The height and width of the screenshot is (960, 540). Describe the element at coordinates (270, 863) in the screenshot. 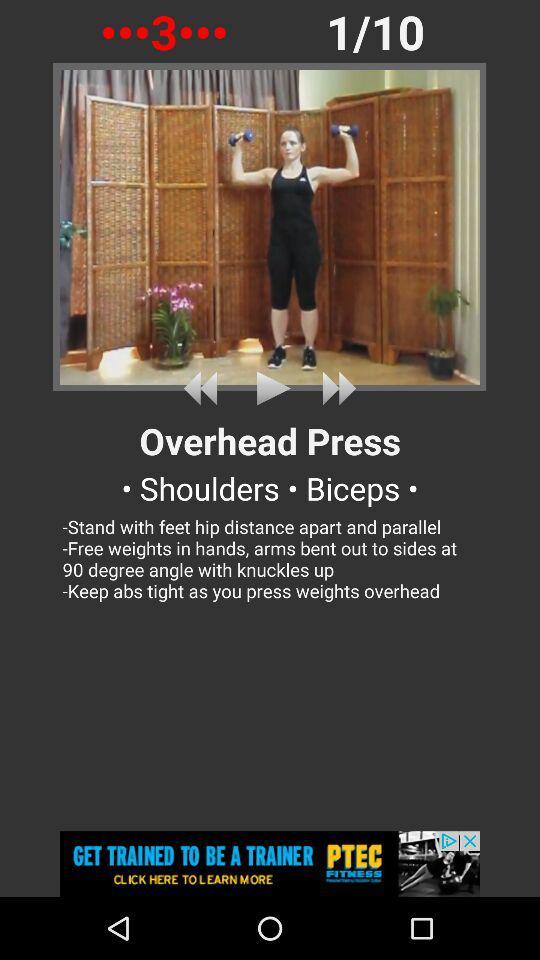

I see `advertisements` at that location.